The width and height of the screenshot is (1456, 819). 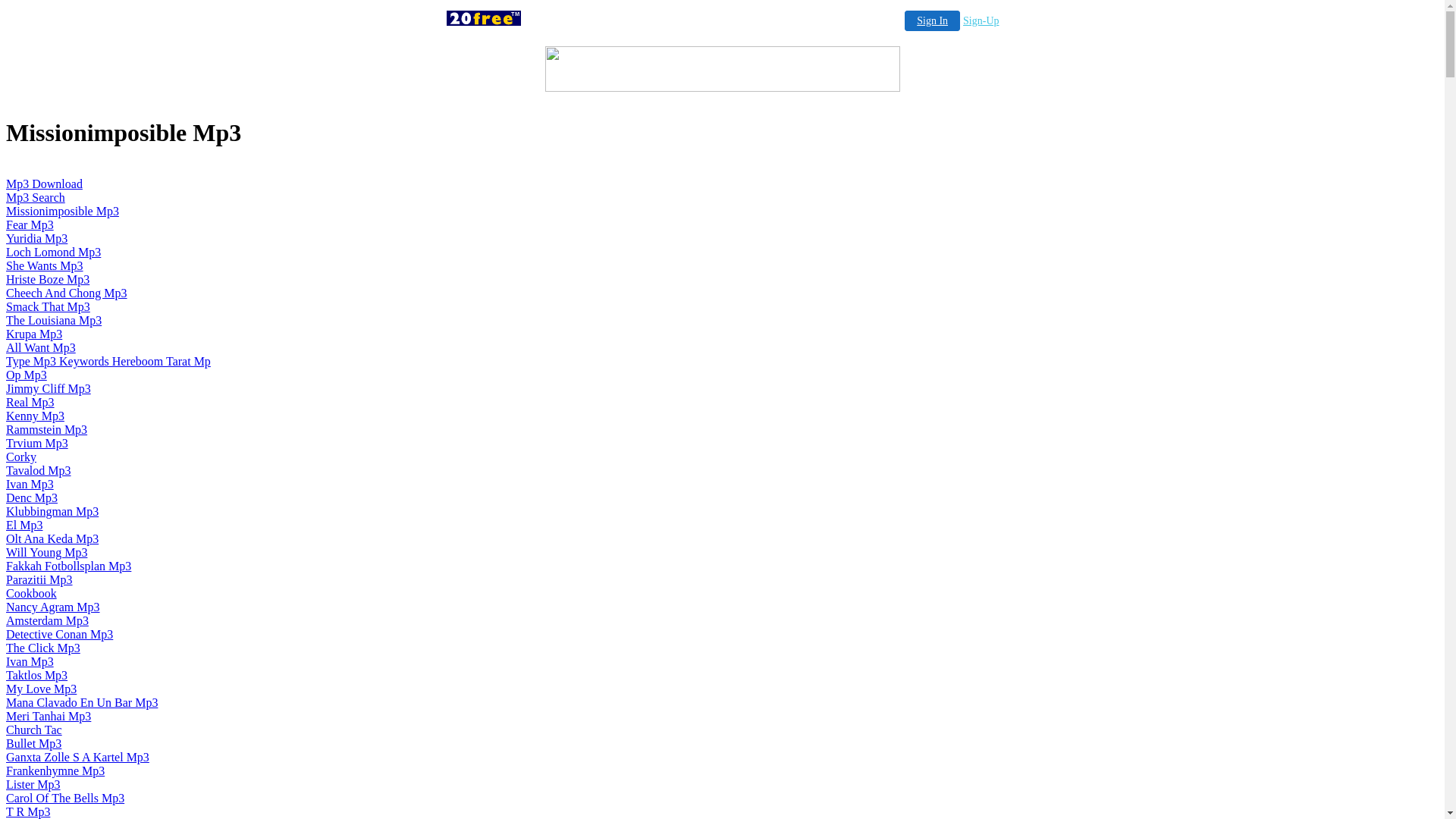 What do you see at coordinates (48, 388) in the screenshot?
I see `'Jimmy Cliff Mp3'` at bounding box center [48, 388].